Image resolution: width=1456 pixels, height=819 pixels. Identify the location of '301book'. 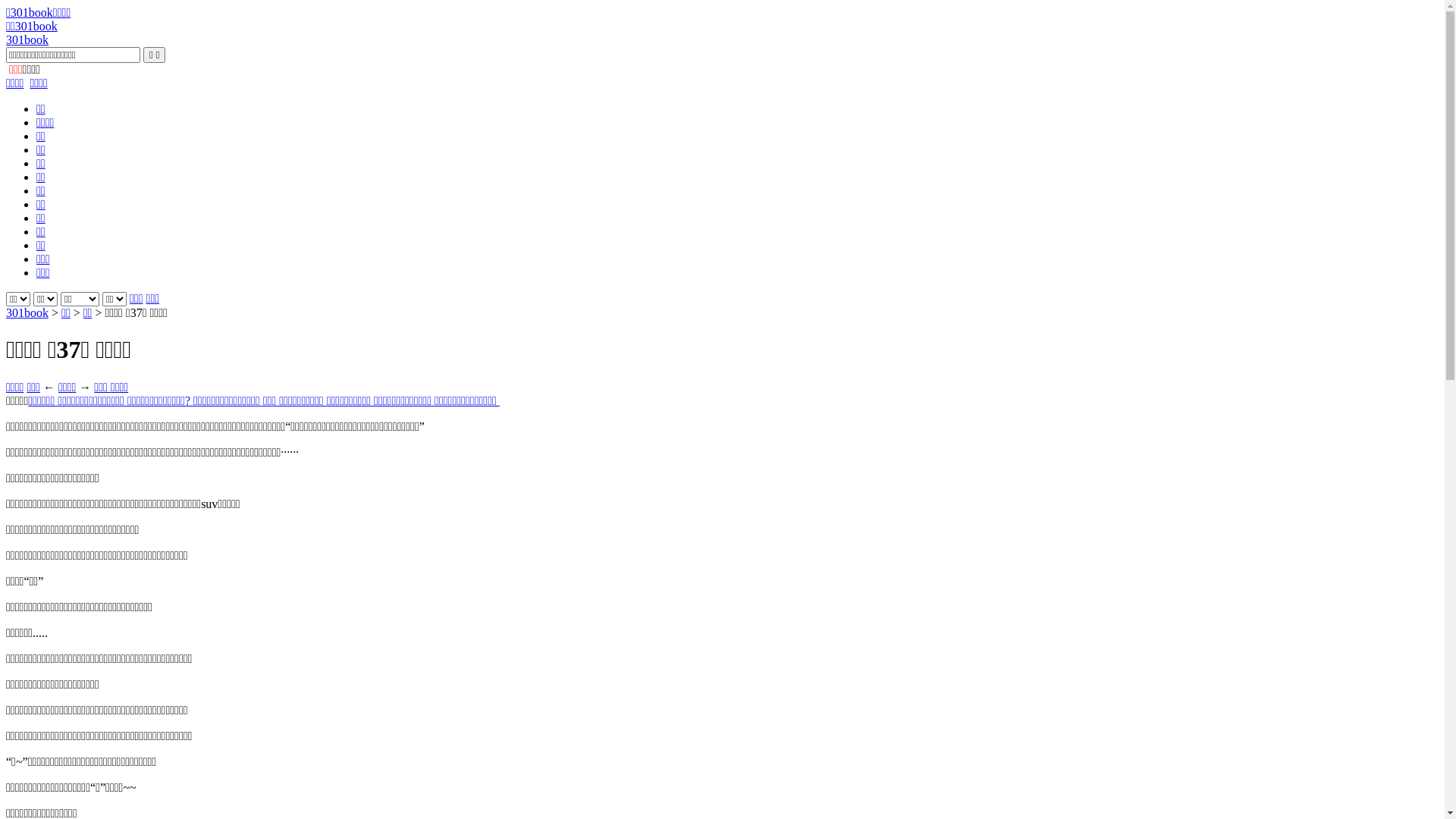
(27, 39).